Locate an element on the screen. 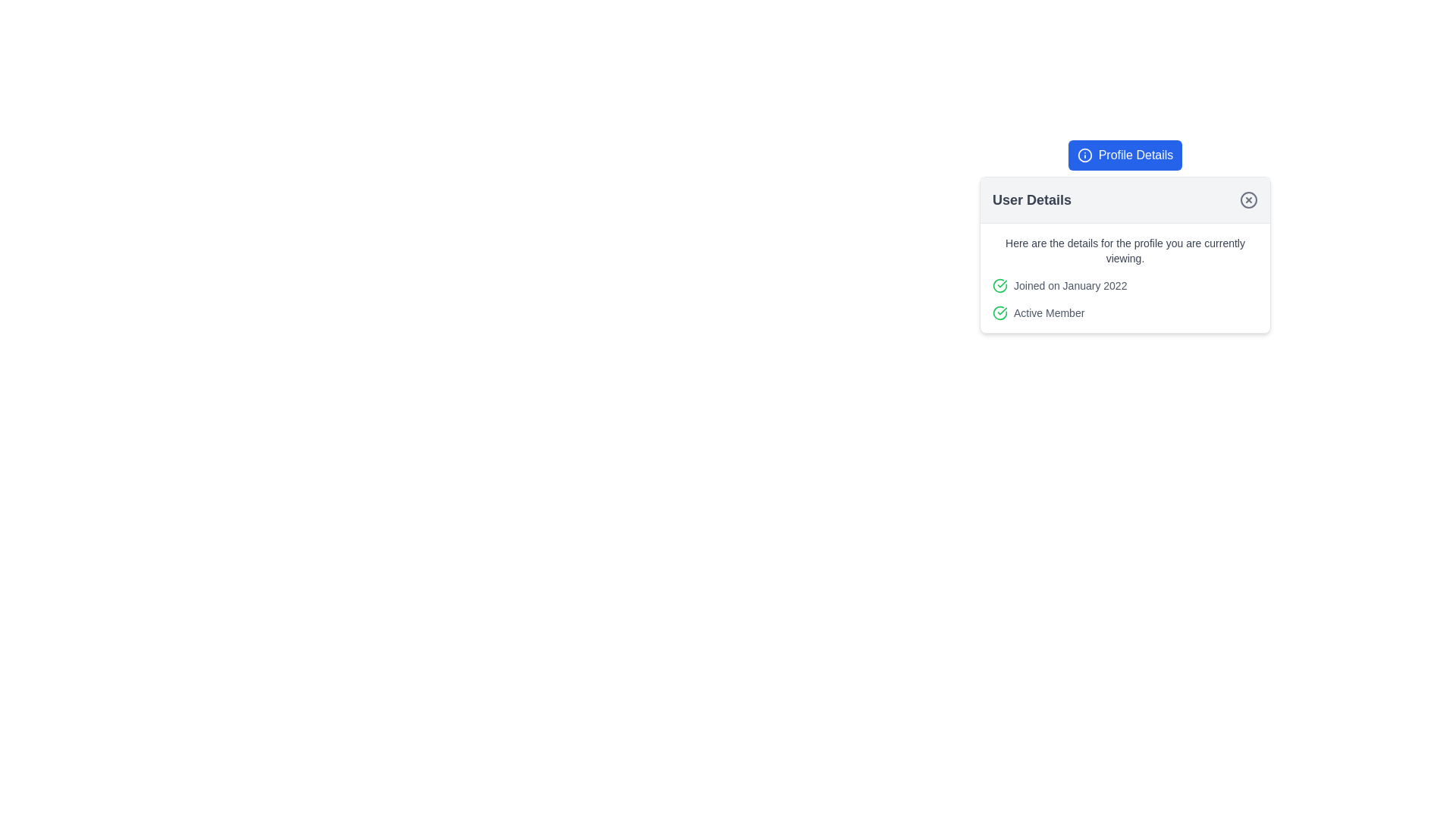 Image resolution: width=1456 pixels, height=819 pixels. the text label that provides context for the user details section, located under the title 'User Details' is located at coordinates (1125, 250).